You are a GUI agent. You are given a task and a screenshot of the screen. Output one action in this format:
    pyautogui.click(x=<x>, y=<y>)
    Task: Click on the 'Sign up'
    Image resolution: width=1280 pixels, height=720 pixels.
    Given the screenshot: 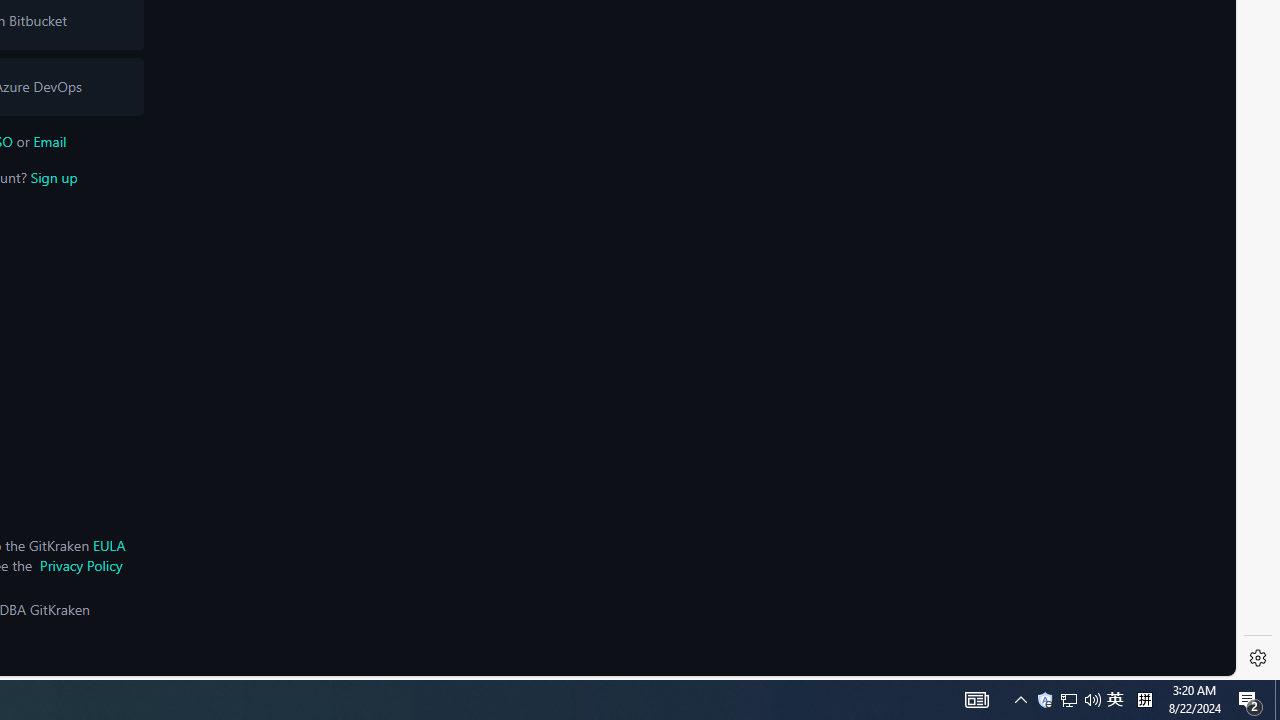 What is the action you would take?
    pyautogui.click(x=53, y=176)
    